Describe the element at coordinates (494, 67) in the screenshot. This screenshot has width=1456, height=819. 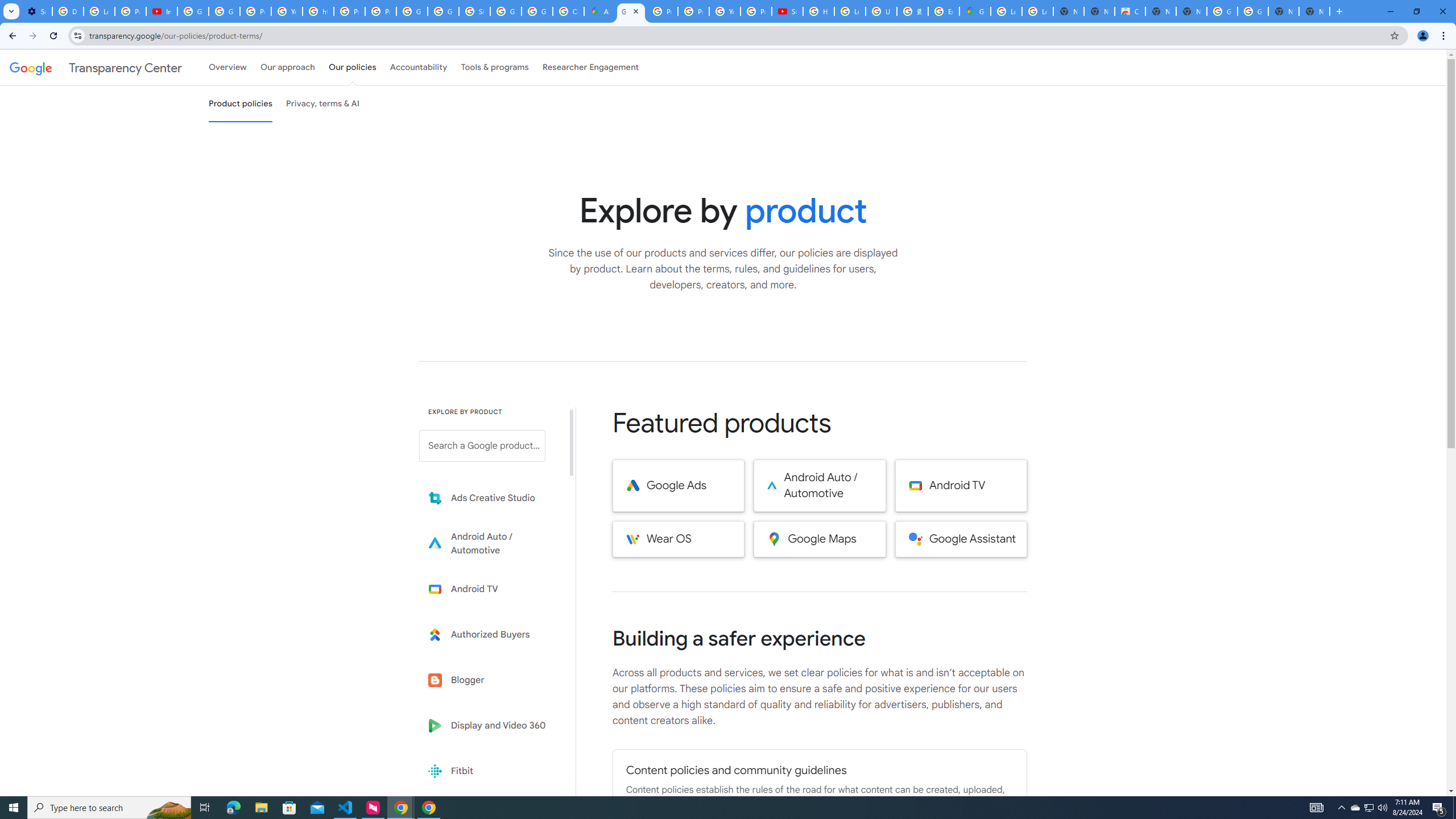
I see `'Tools & programs'` at that location.